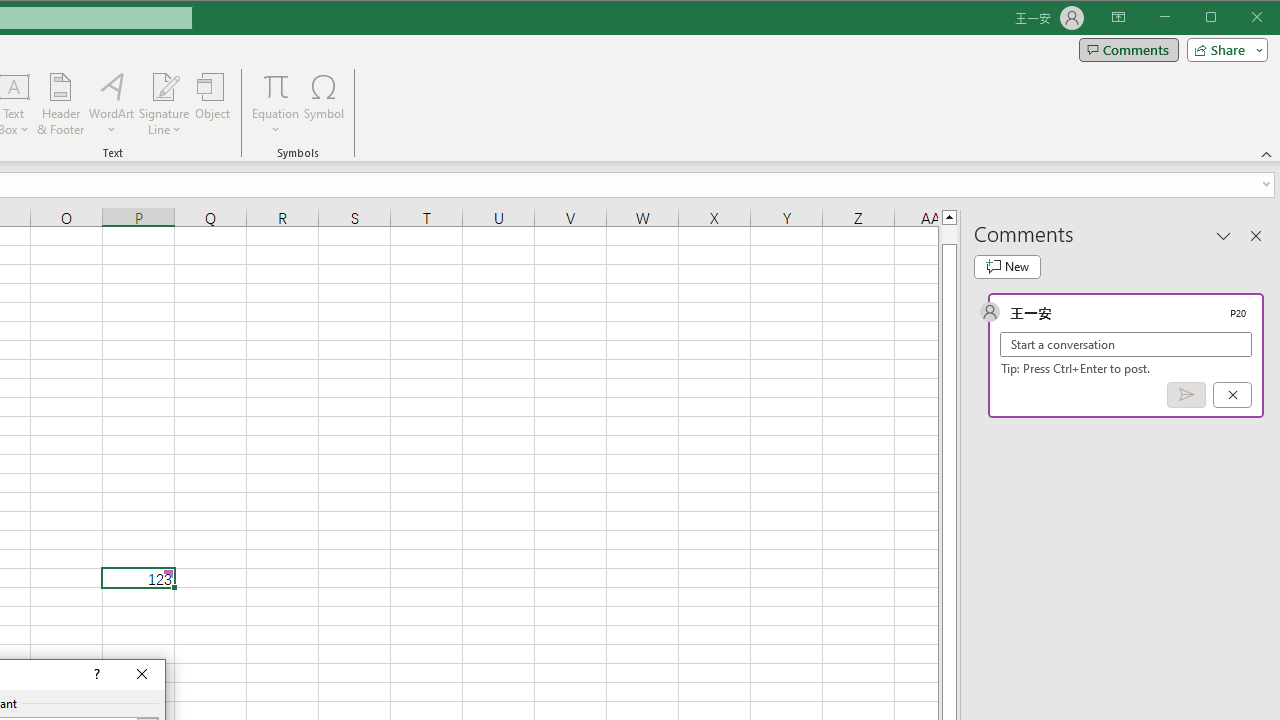 The image size is (1280, 720). What do you see at coordinates (1216, 19) in the screenshot?
I see `'Minimize'` at bounding box center [1216, 19].